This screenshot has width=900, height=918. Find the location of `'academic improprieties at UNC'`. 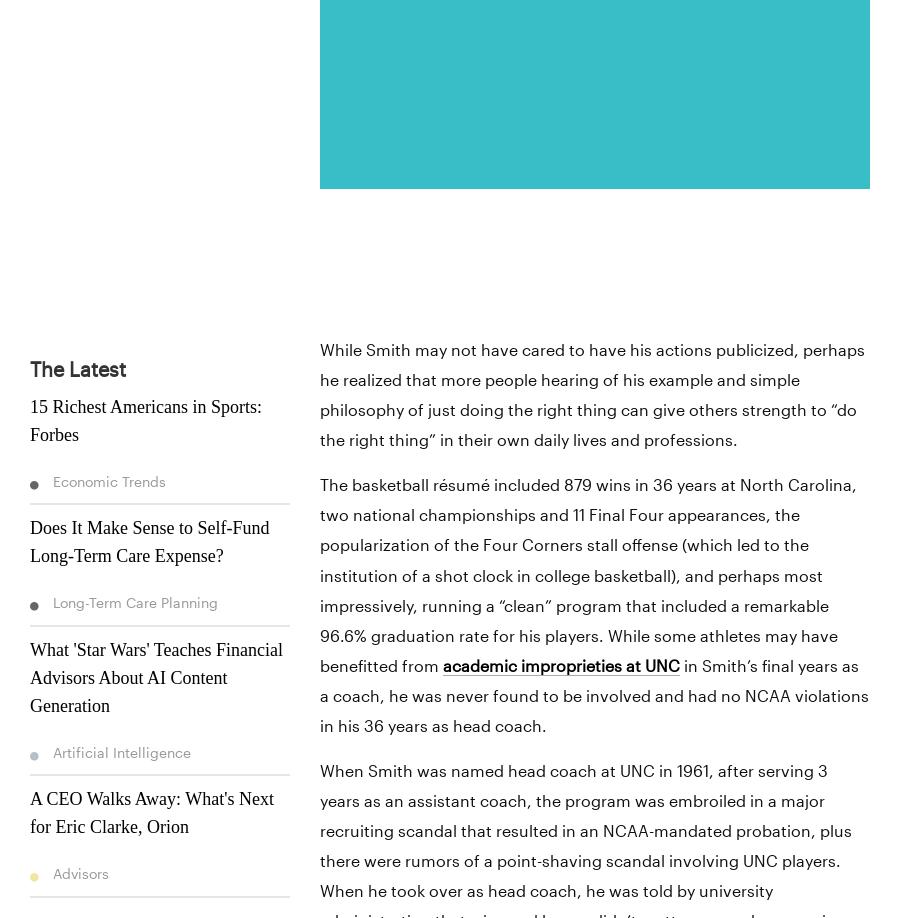

'academic improprieties at UNC' is located at coordinates (441, 665).